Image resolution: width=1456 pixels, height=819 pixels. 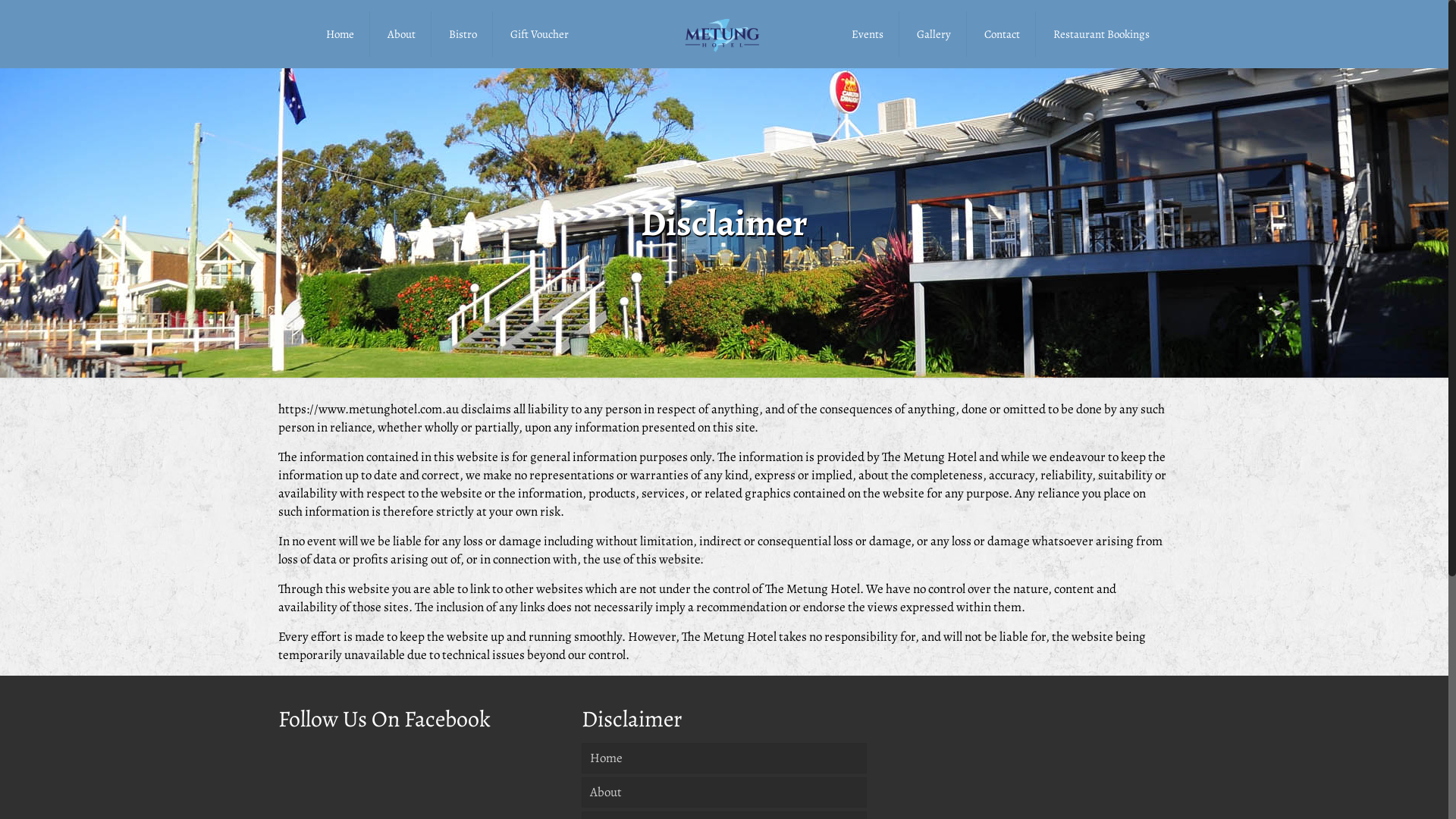 What do you see at coordinates (723, 792) in the screenshot?
I see `'About'` at bounding box center [723, 792].